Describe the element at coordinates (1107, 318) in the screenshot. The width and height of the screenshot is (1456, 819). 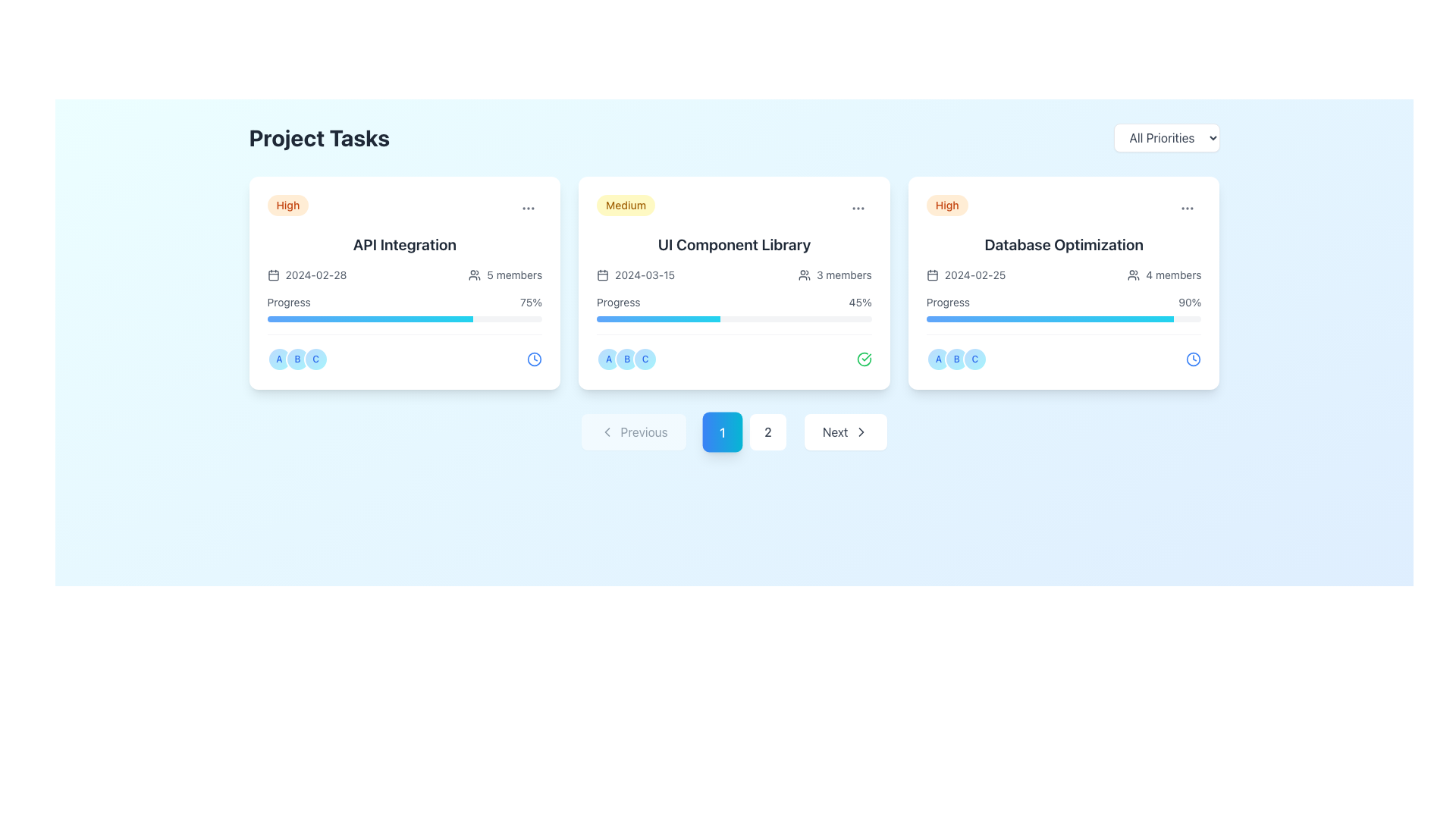
I see `progress` at that location.